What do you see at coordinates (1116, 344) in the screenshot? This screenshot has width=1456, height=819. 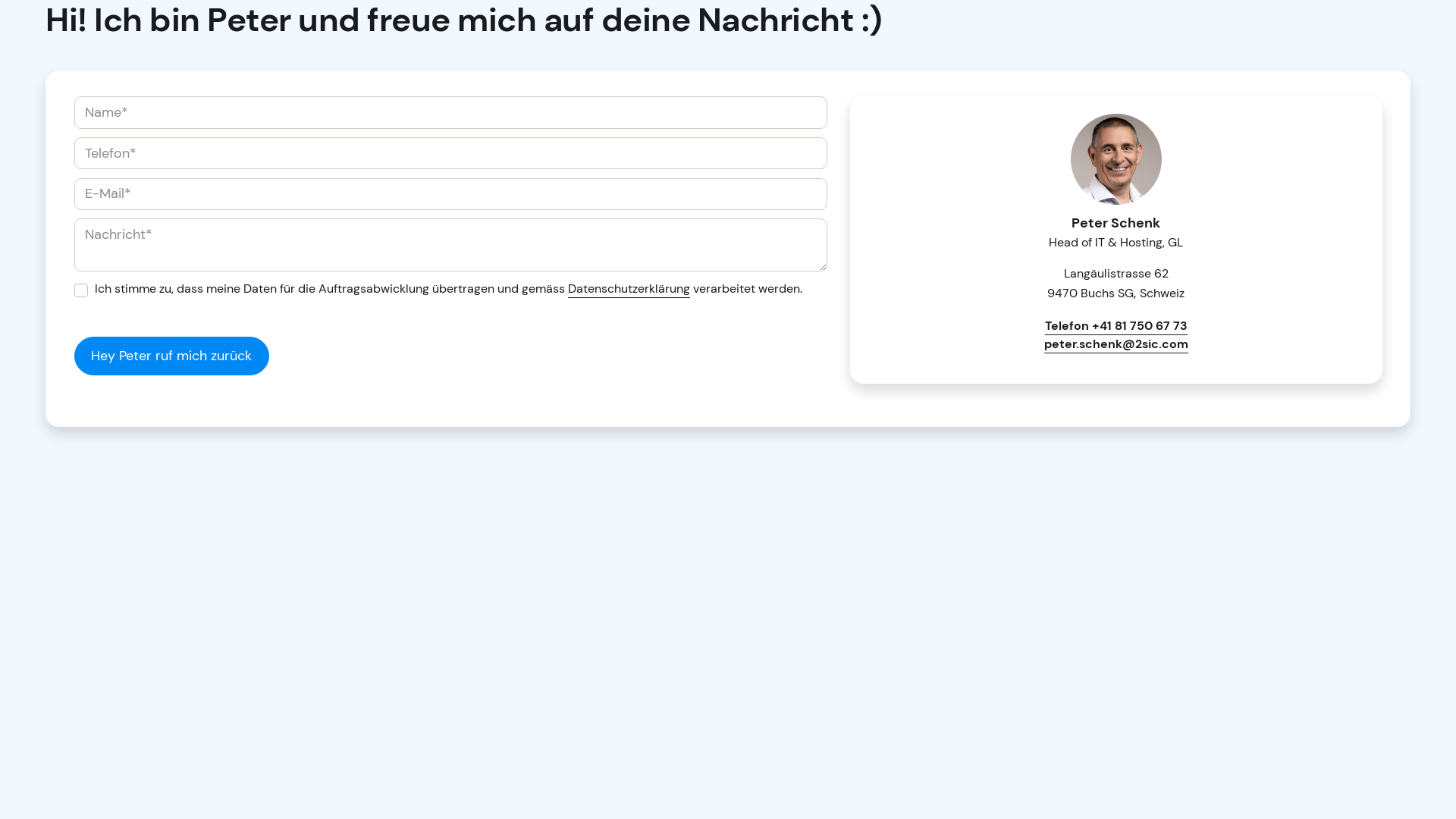 I see `'peter.schenk@2sic.com'` at bounding box center [1116, 344].